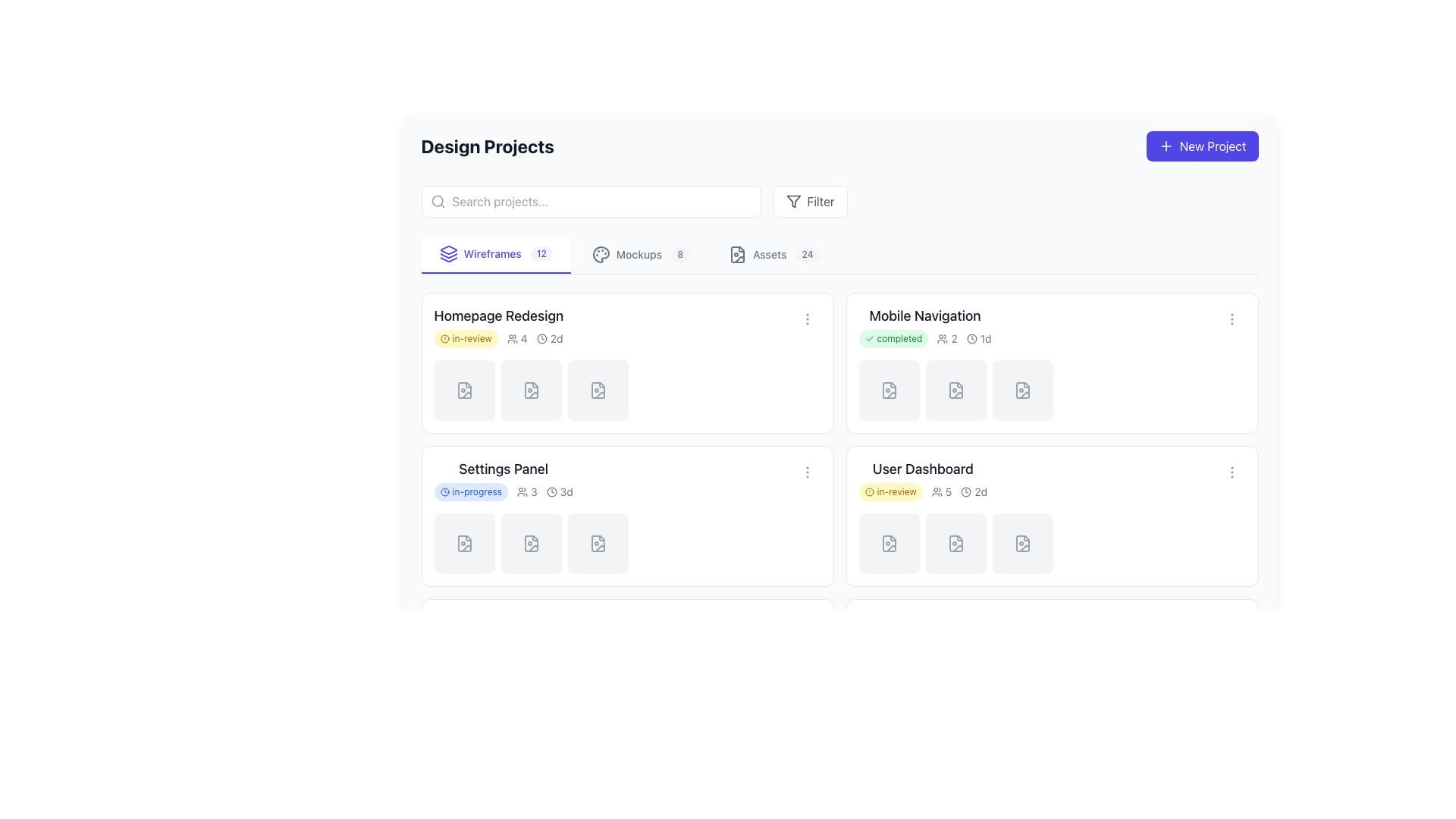 The width and height of the screenshot is (1456, 819). I want to click on the vertical ellipsis button located in the top-right corner of the 'Settings Panel', so click(806, 472).